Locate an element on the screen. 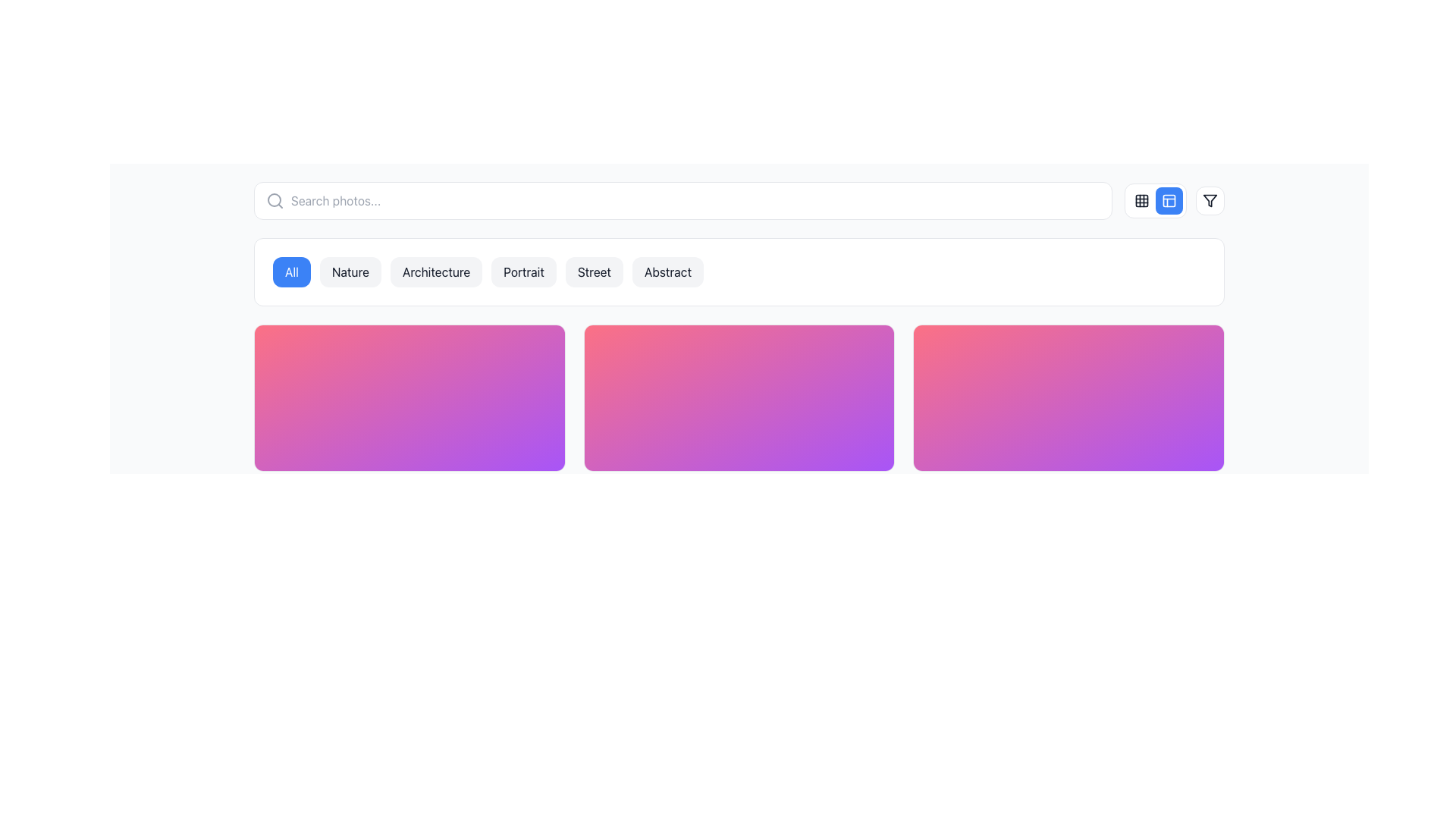 This screenshot has width=1456, height=819. the 'Filter' icon located in the top-right corner of the interface is located at coordinates (1210, 200).